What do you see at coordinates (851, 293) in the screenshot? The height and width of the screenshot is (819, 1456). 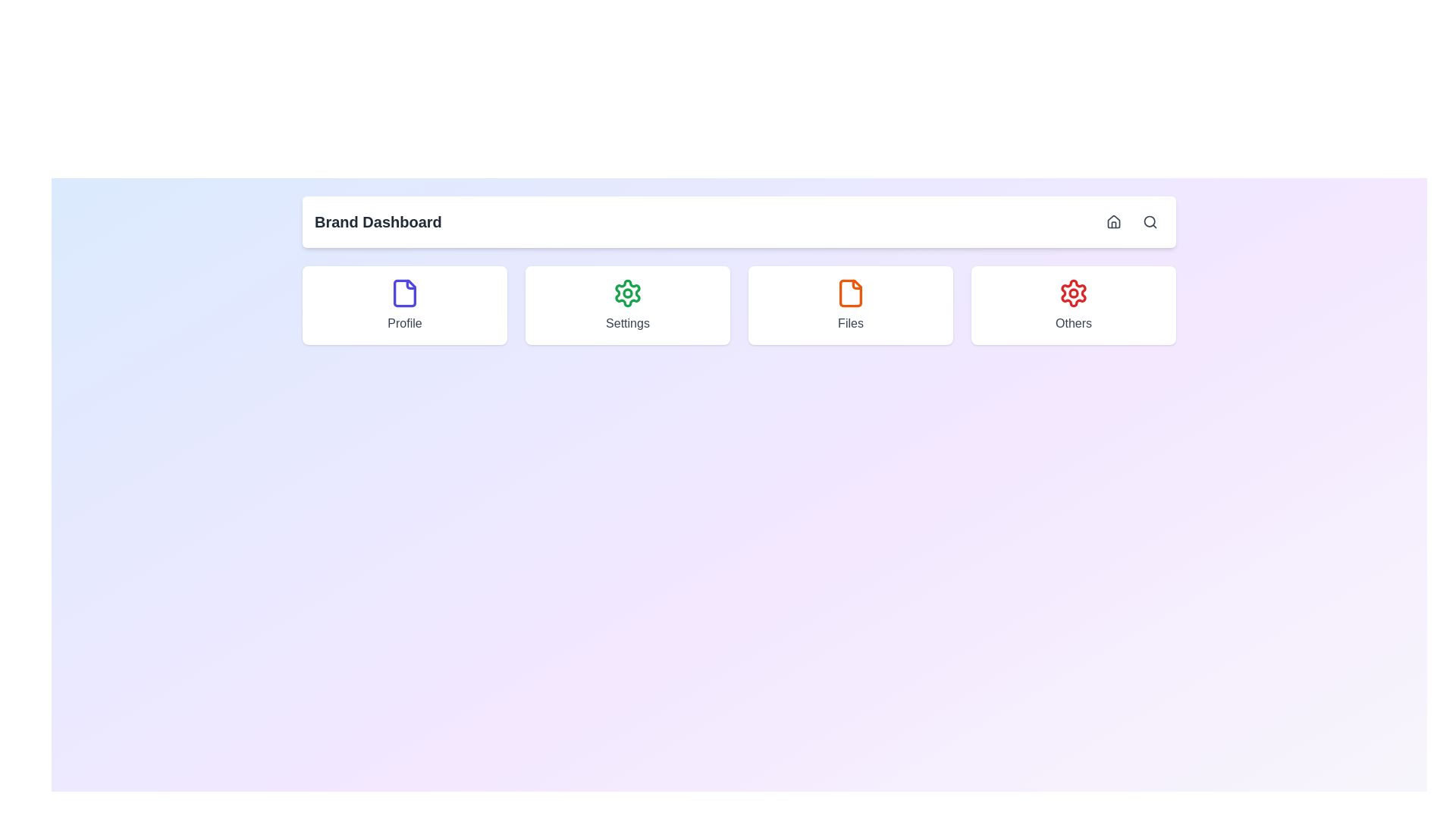 I see `the 'Files' icon located at the top center of the third card in a row of four, positioned under the search bar` at bounding box center [851, 293].